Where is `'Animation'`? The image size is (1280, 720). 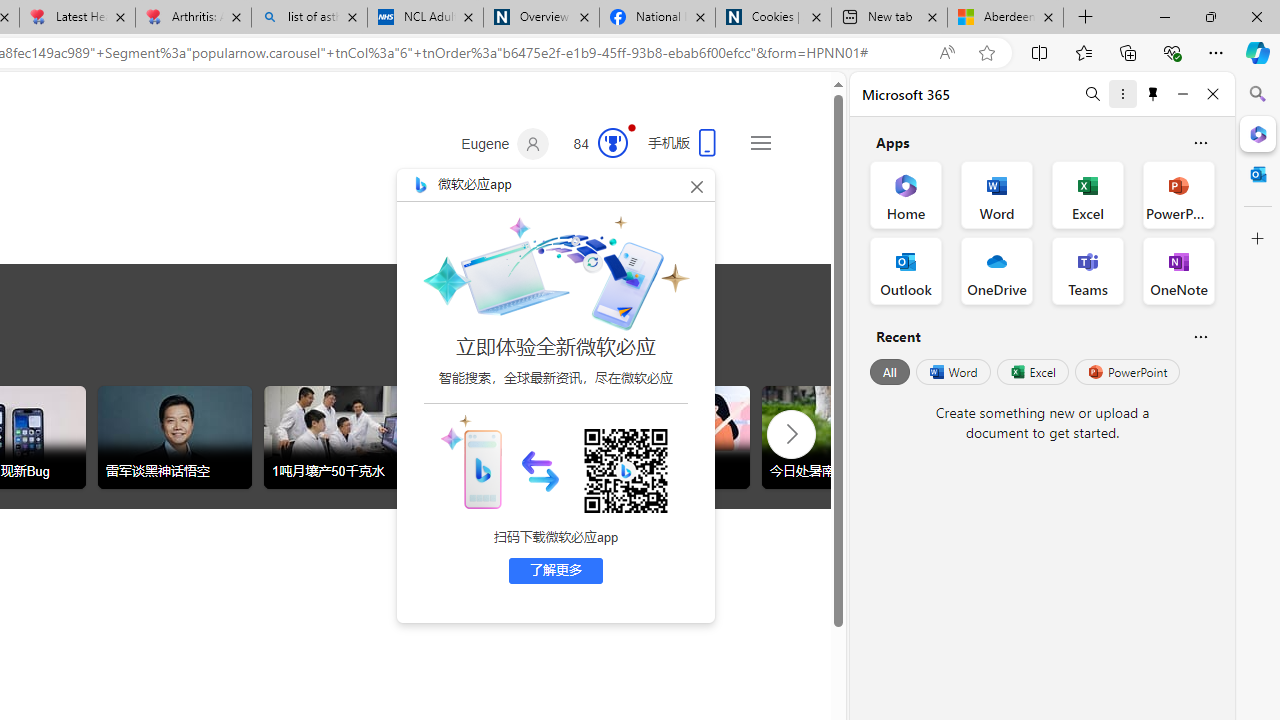 'Animation' is located at coordinates (631, 127).